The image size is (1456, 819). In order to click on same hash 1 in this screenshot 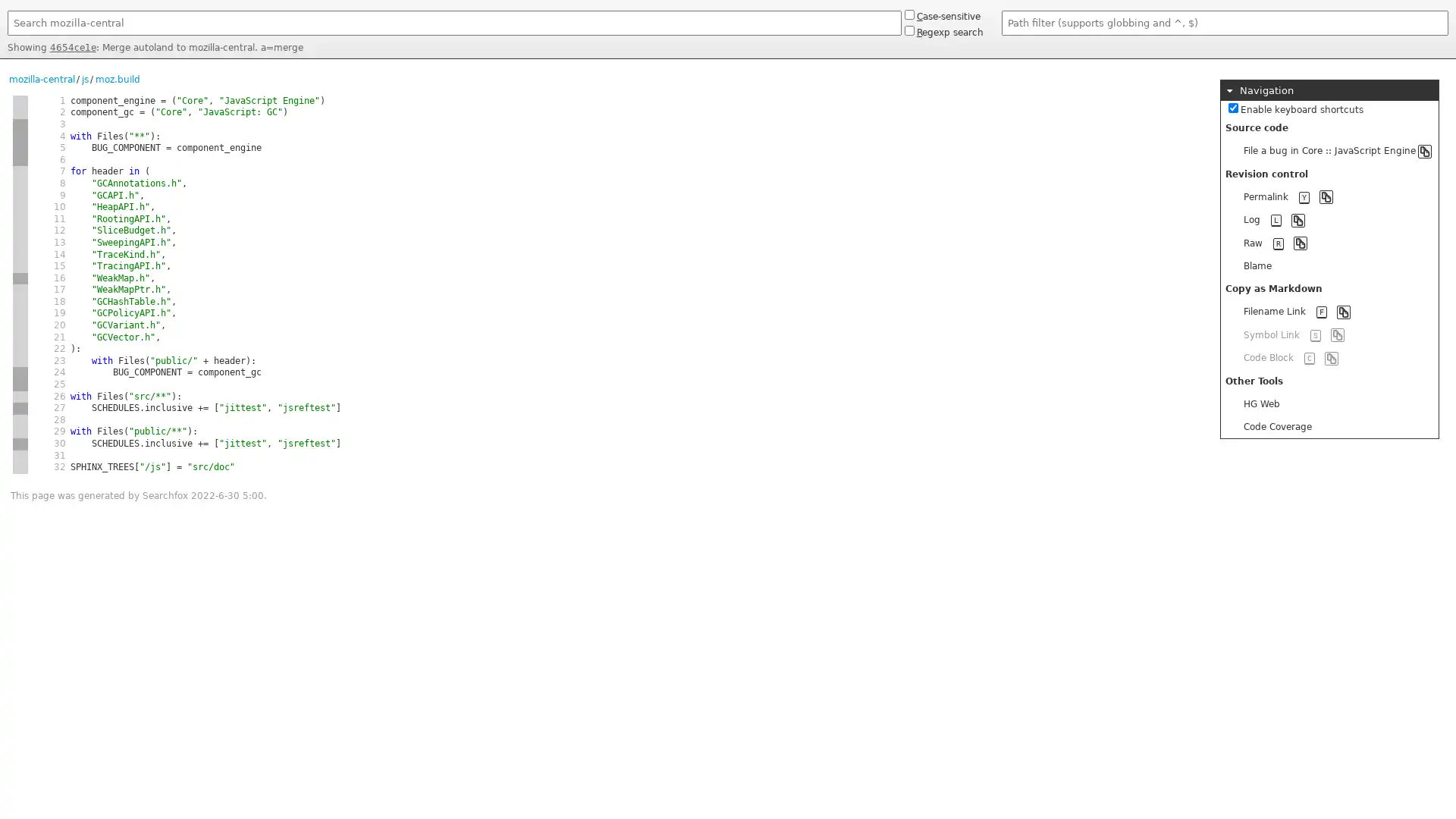, I will do `click(20, 231)`.